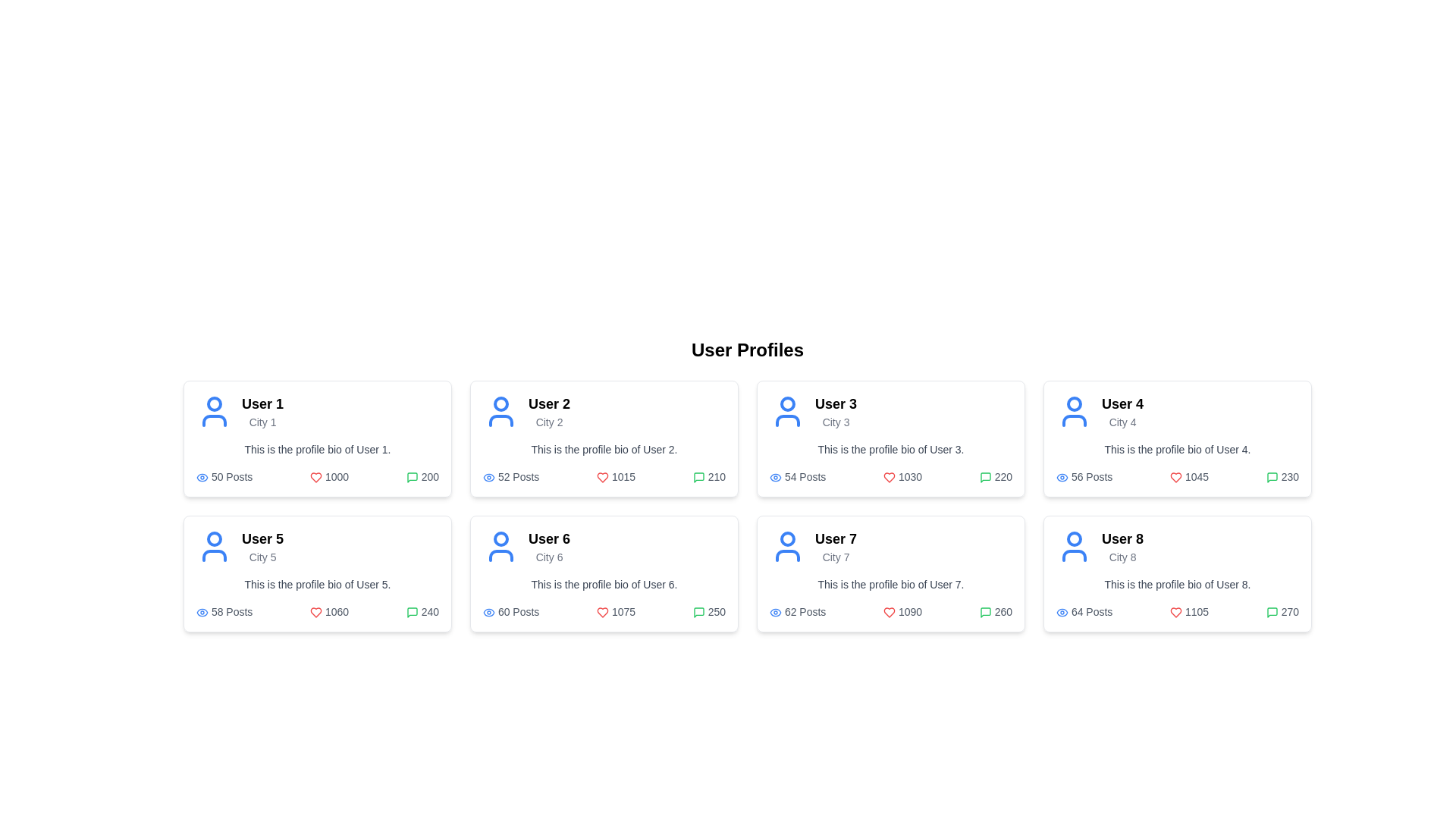 The height and width of the screenshot is (819, 1456). I want to click on the 'like' icon located at the bottom center of the card for 'User 8', adjacent to the likes count '1105', so click(1175, 612).